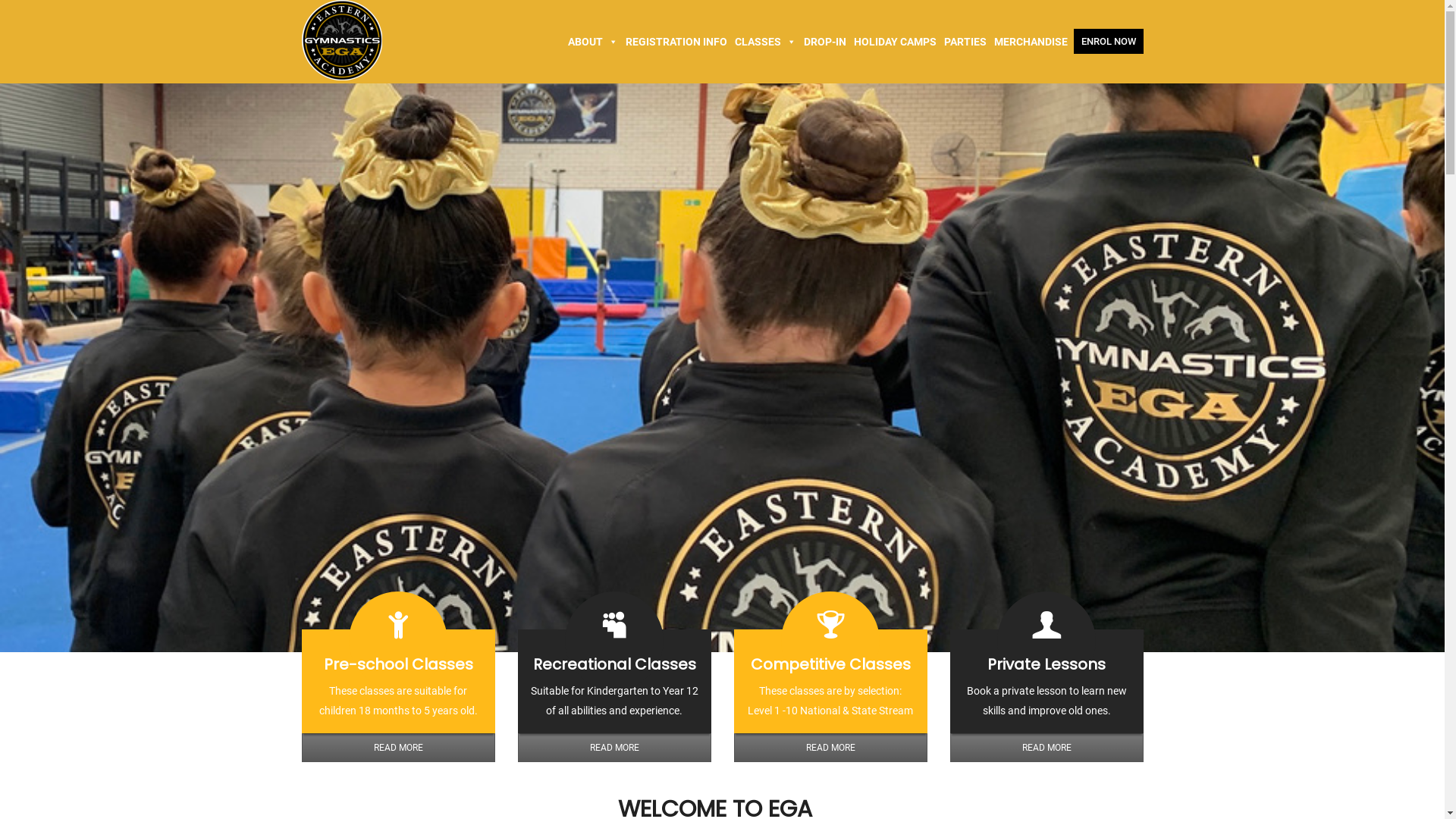 The height and width of the screenshot is (819, 1456). Describe the element at coordinates (765, 40) in the screenshot. I see `'CLASSES'` at that location.